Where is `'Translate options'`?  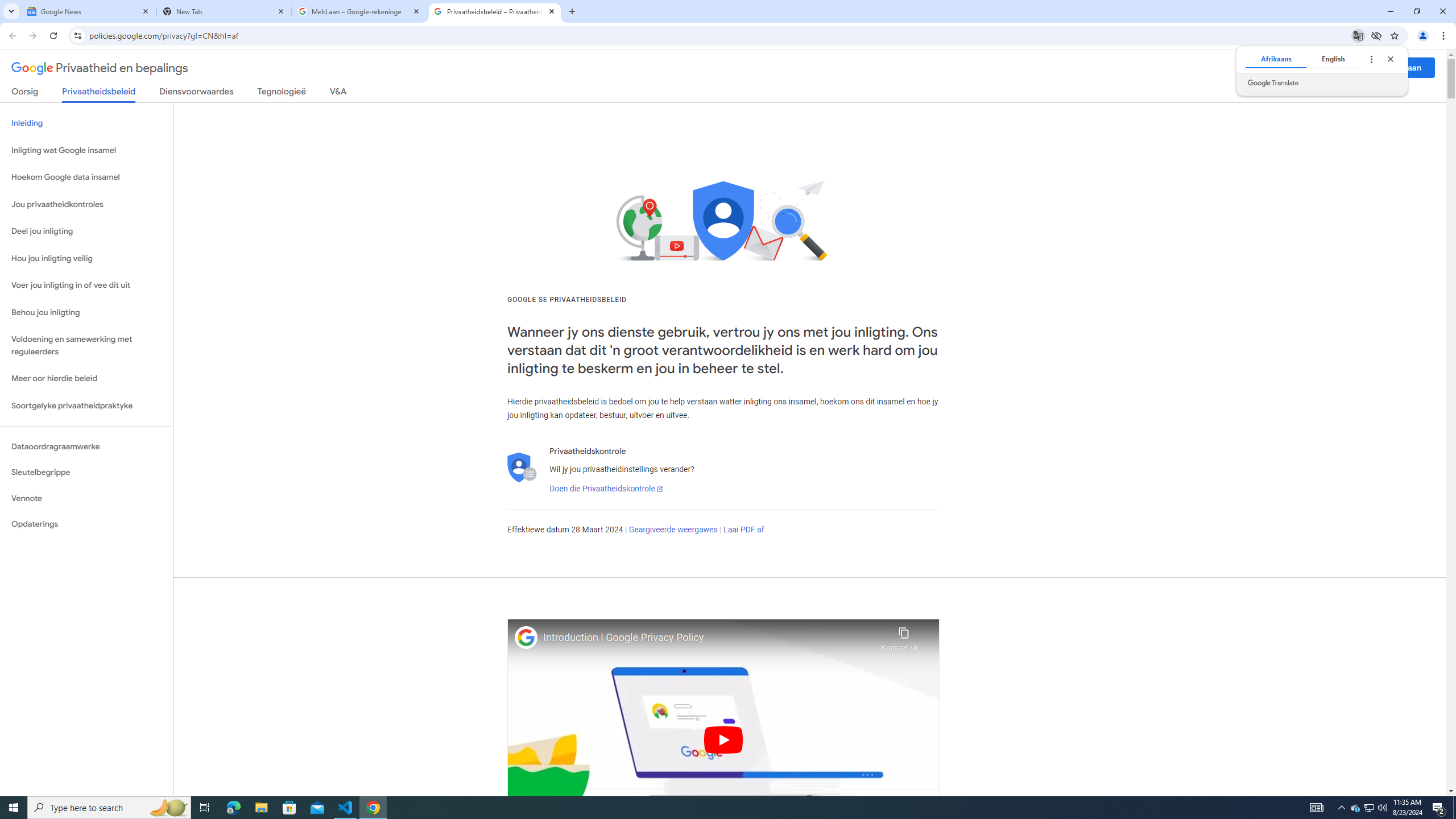 'Translate options' is located at coordinates (1370, 59).